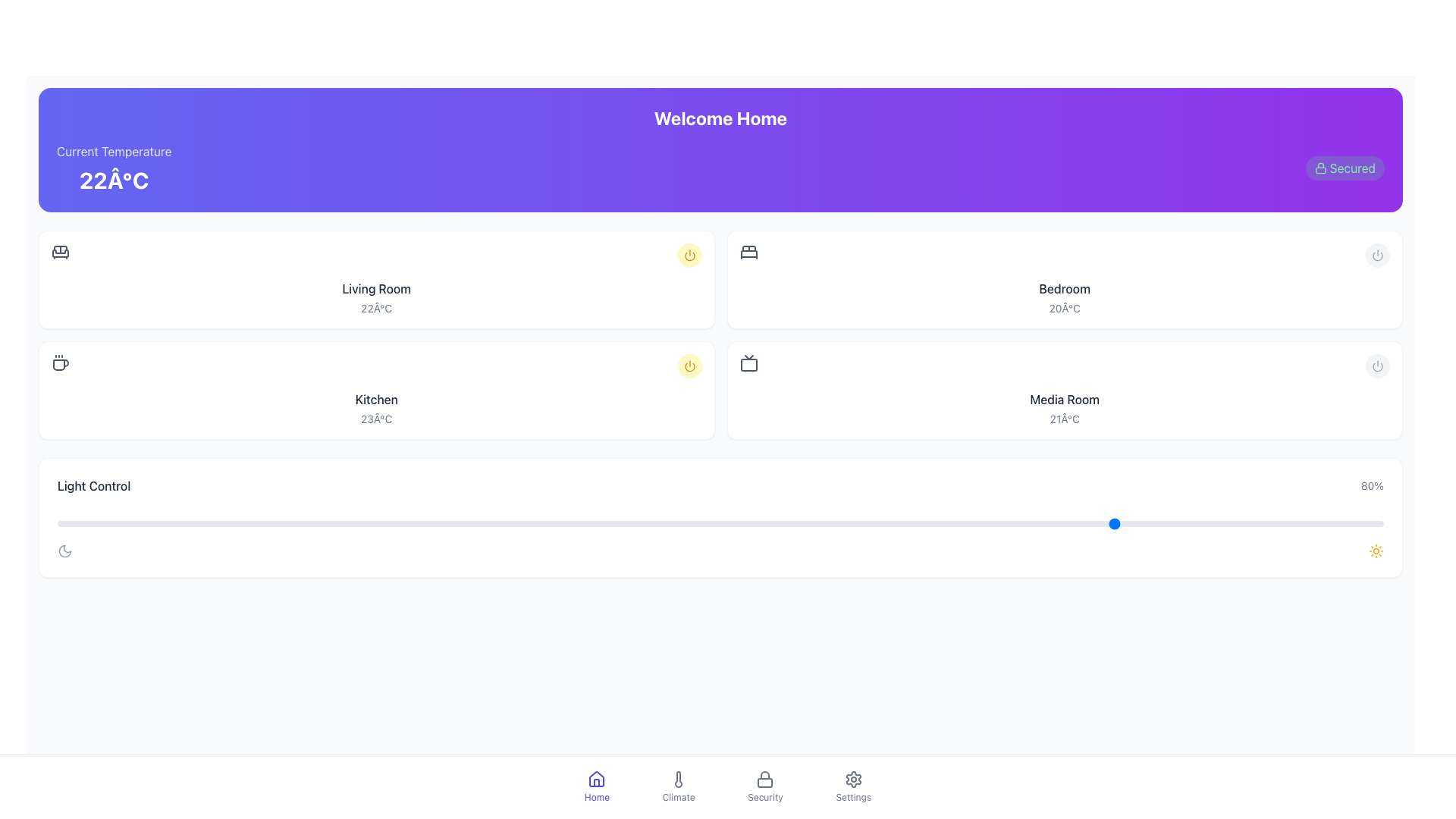  I want to click on displayed temperature from the static text label showing '23Â°C', located beneath the 'Kitchen' label in the grid layout, so click(376, 419).